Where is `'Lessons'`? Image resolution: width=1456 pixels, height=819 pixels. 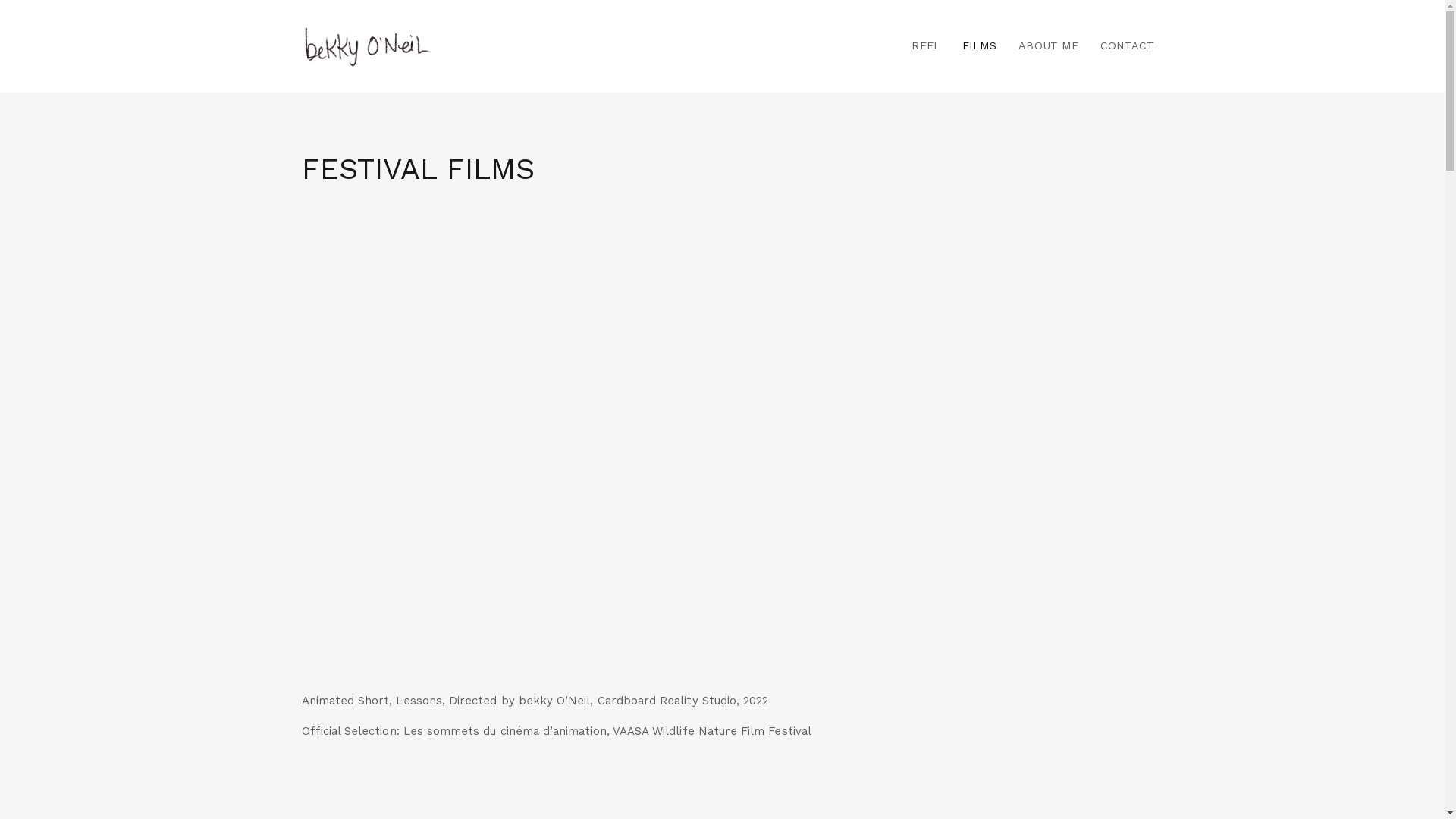
'Lessons' is located at coordinates (722, 447).